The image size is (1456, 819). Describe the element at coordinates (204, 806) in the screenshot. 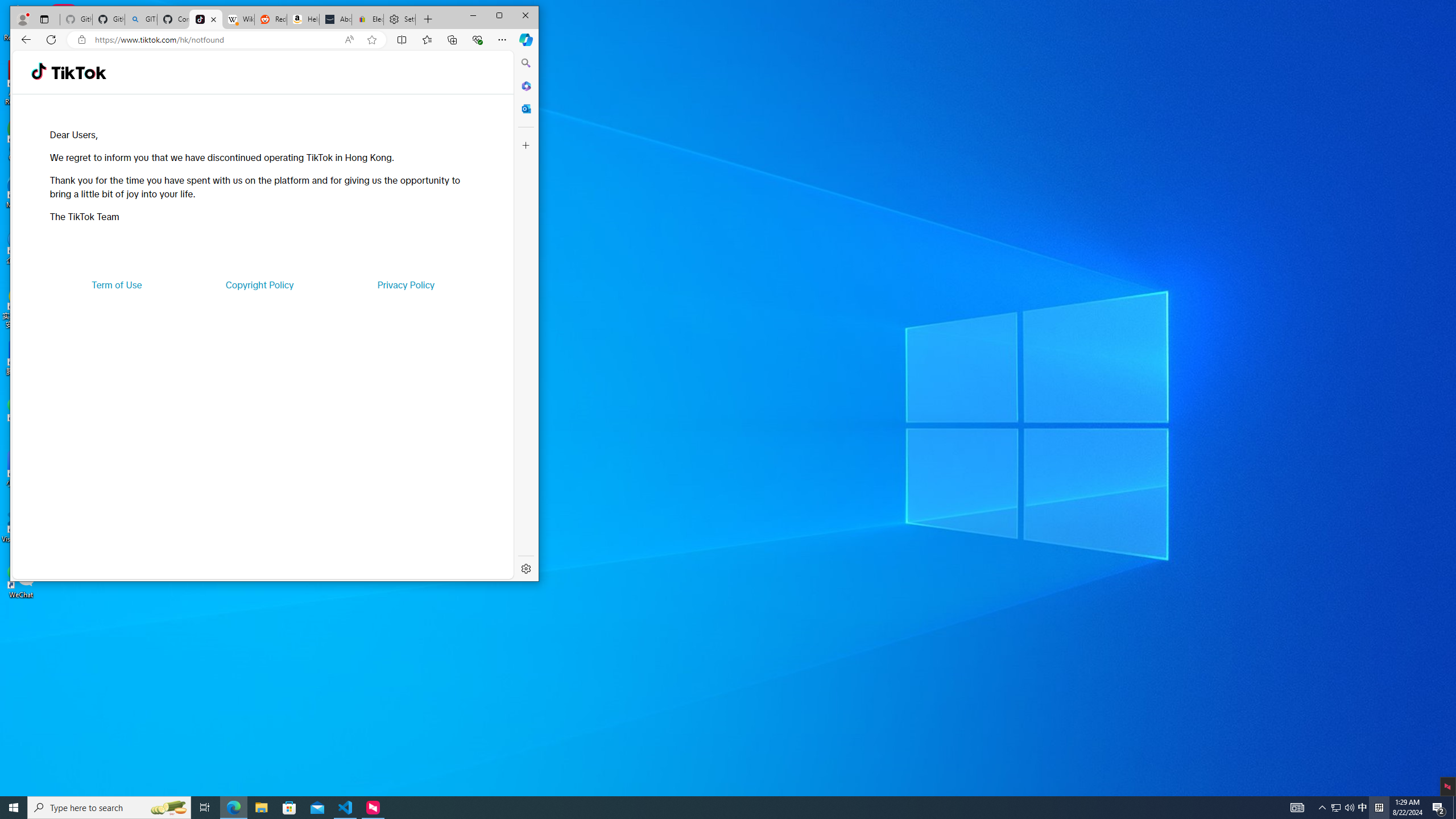

I see `'Task View'` at that location.